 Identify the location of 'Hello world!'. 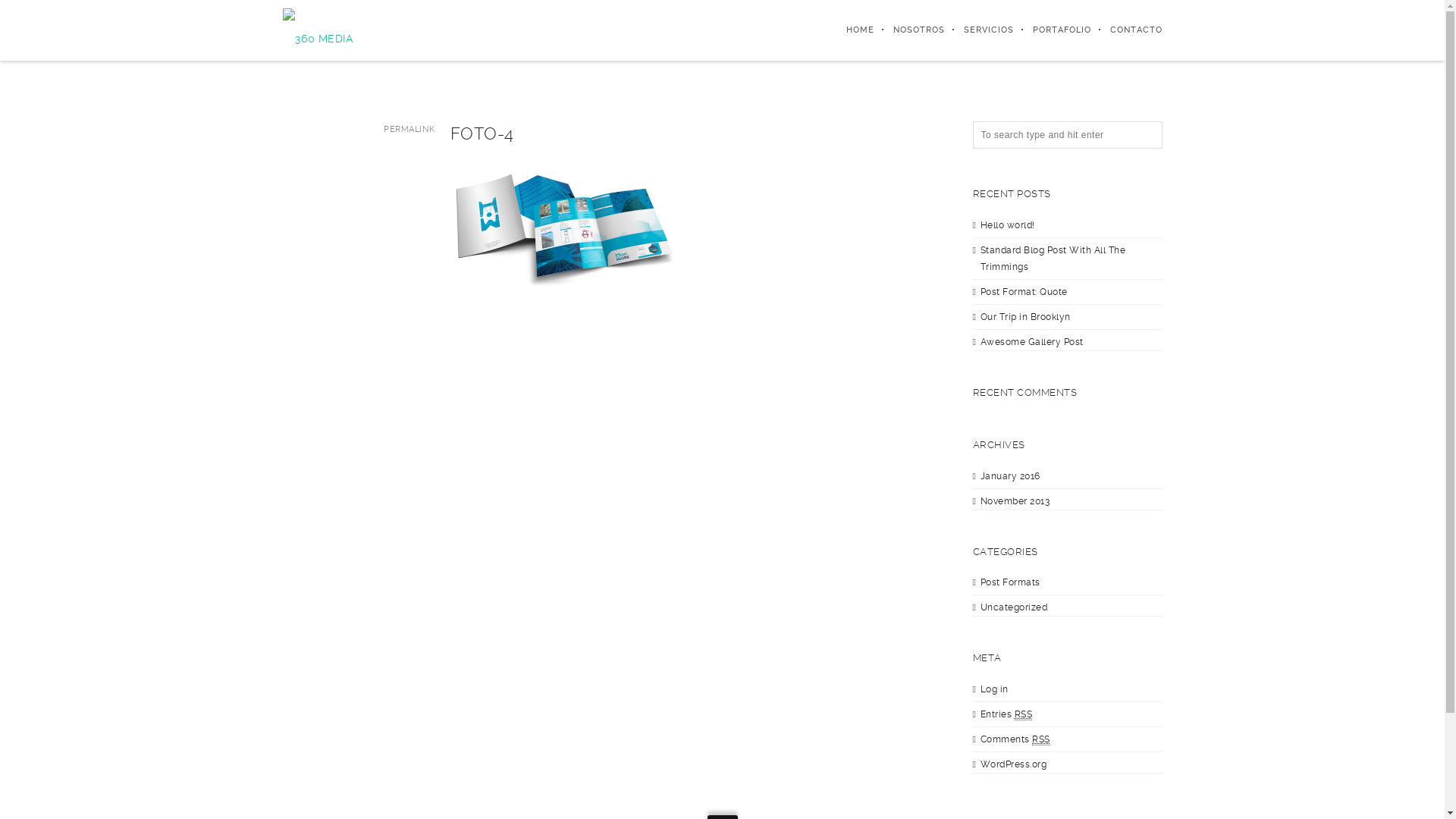
(1007, 225).